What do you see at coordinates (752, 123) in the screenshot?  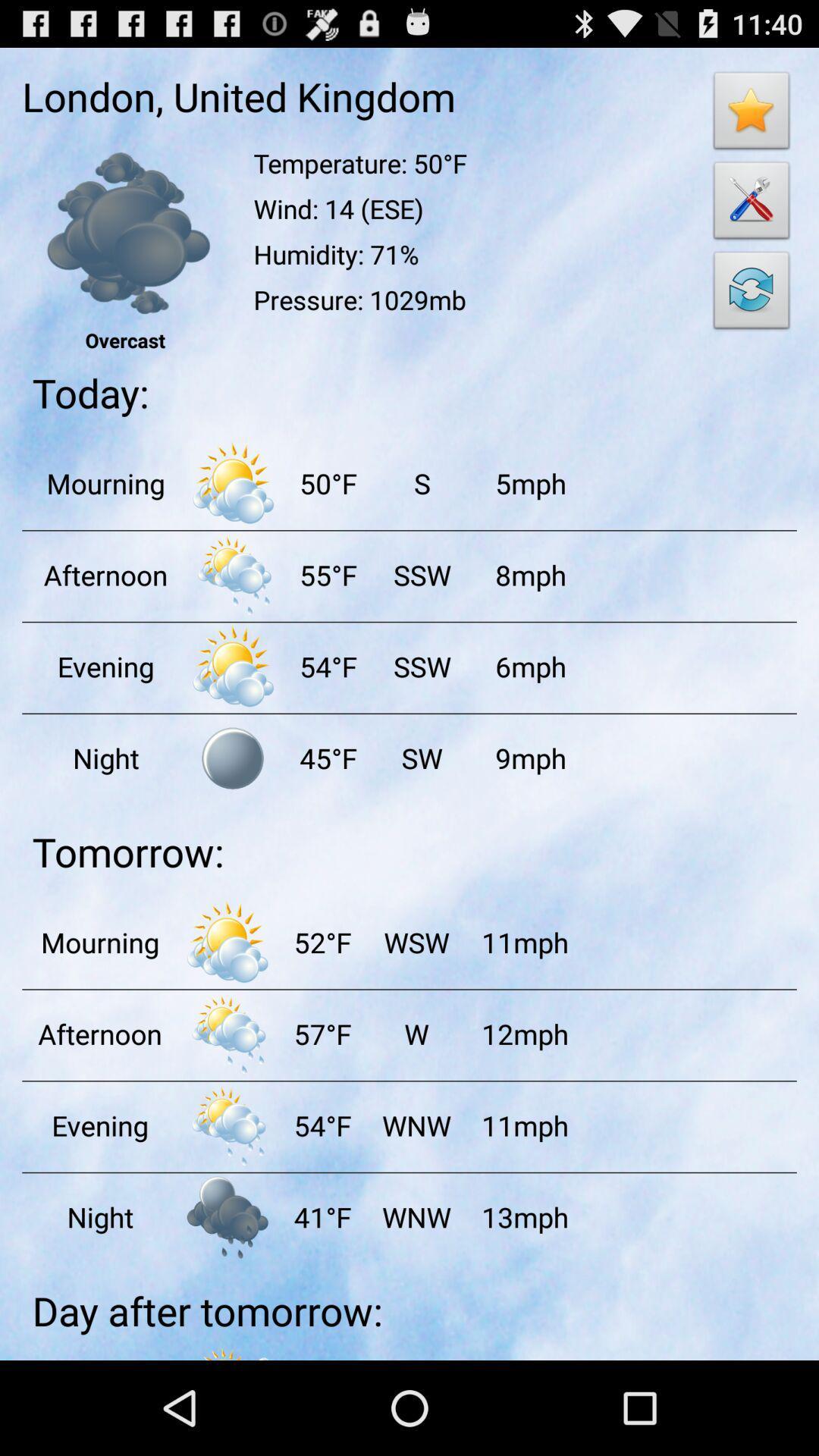 I see `the star icon` at bounding box center [752, 123].